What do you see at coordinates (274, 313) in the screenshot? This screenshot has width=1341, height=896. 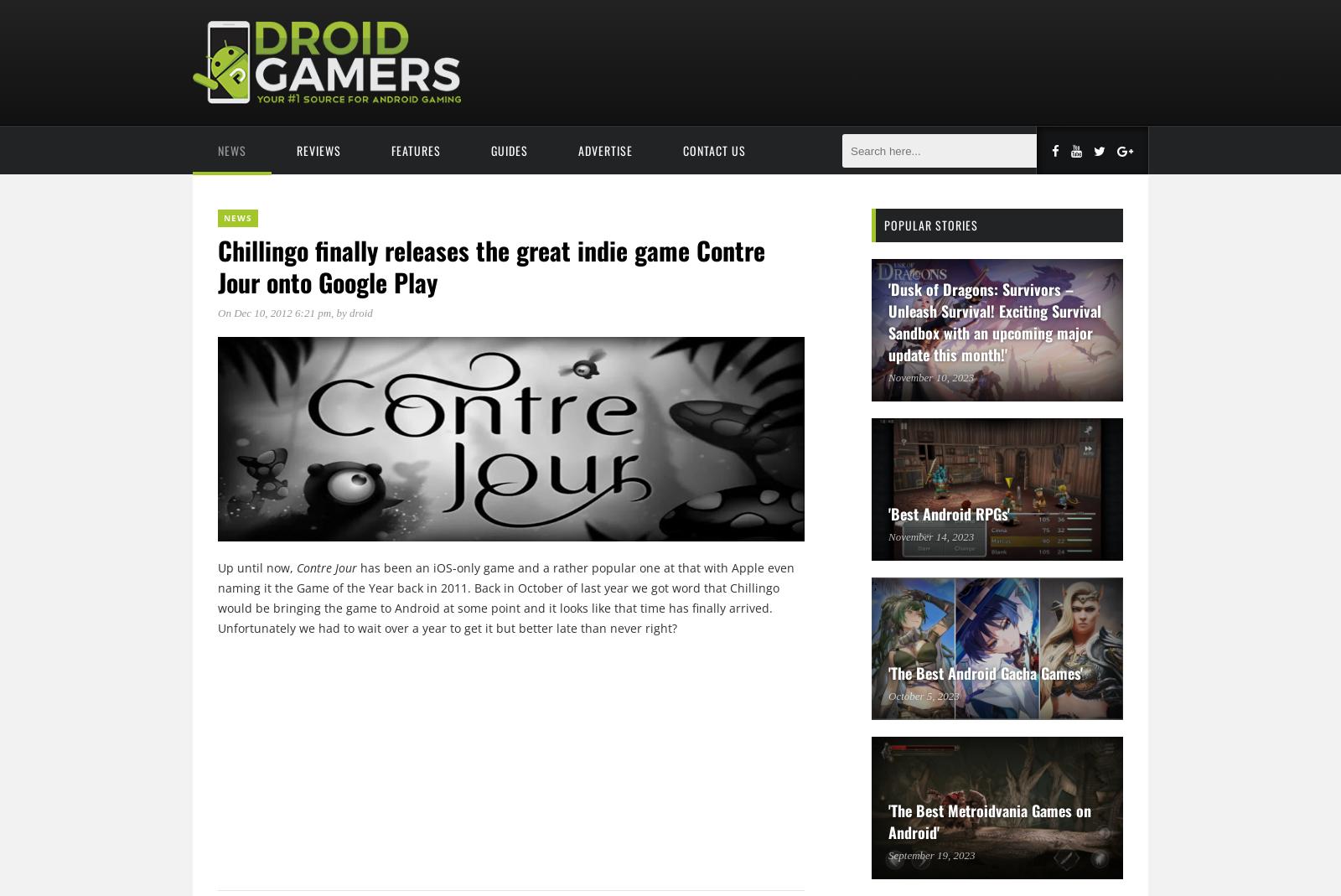 I see `'On Dec 10, 2012 6:21 pm'` at bounding box center [274, 313].